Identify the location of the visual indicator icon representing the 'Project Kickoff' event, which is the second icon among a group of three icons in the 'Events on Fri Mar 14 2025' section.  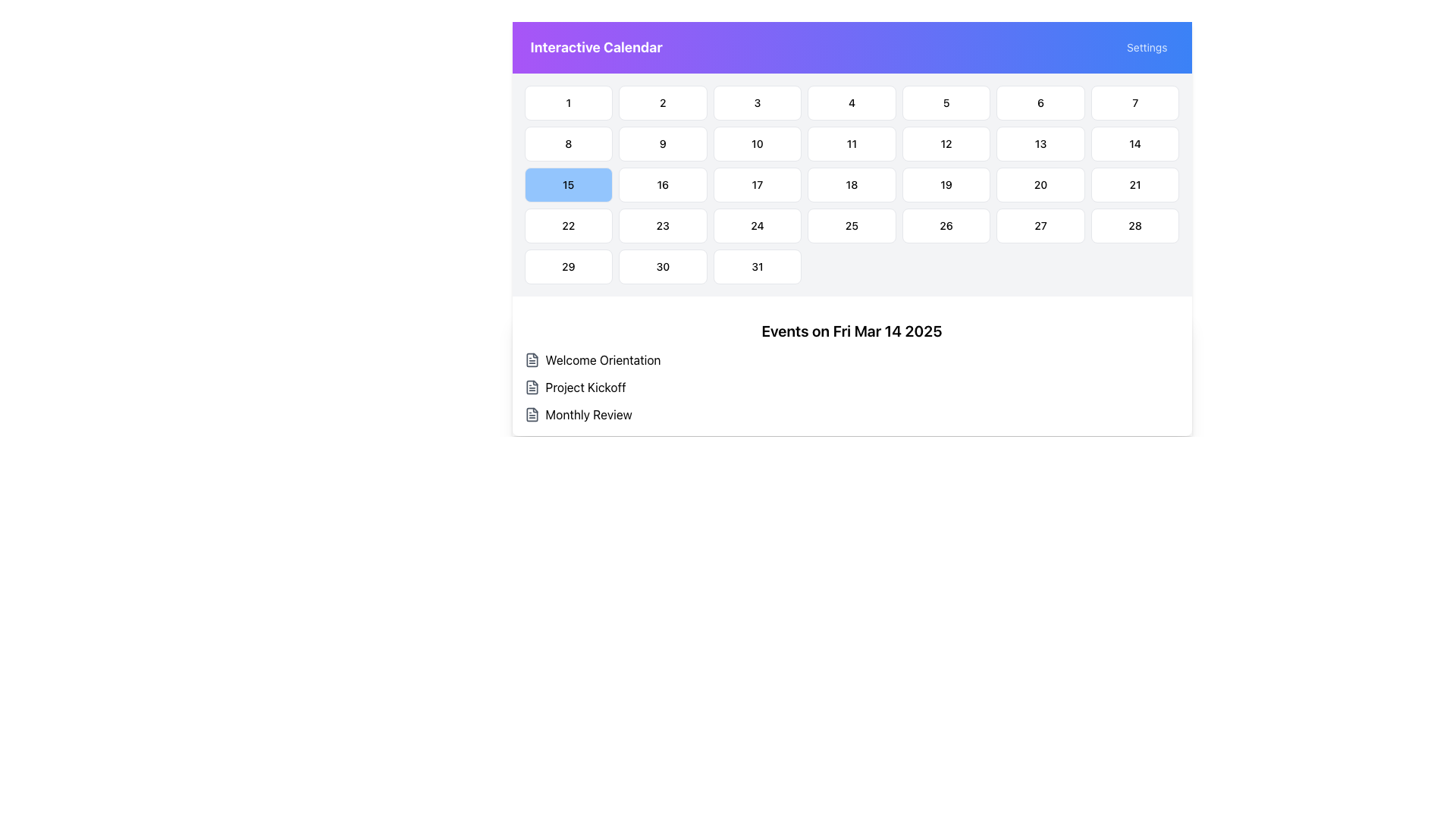
(532, 386).